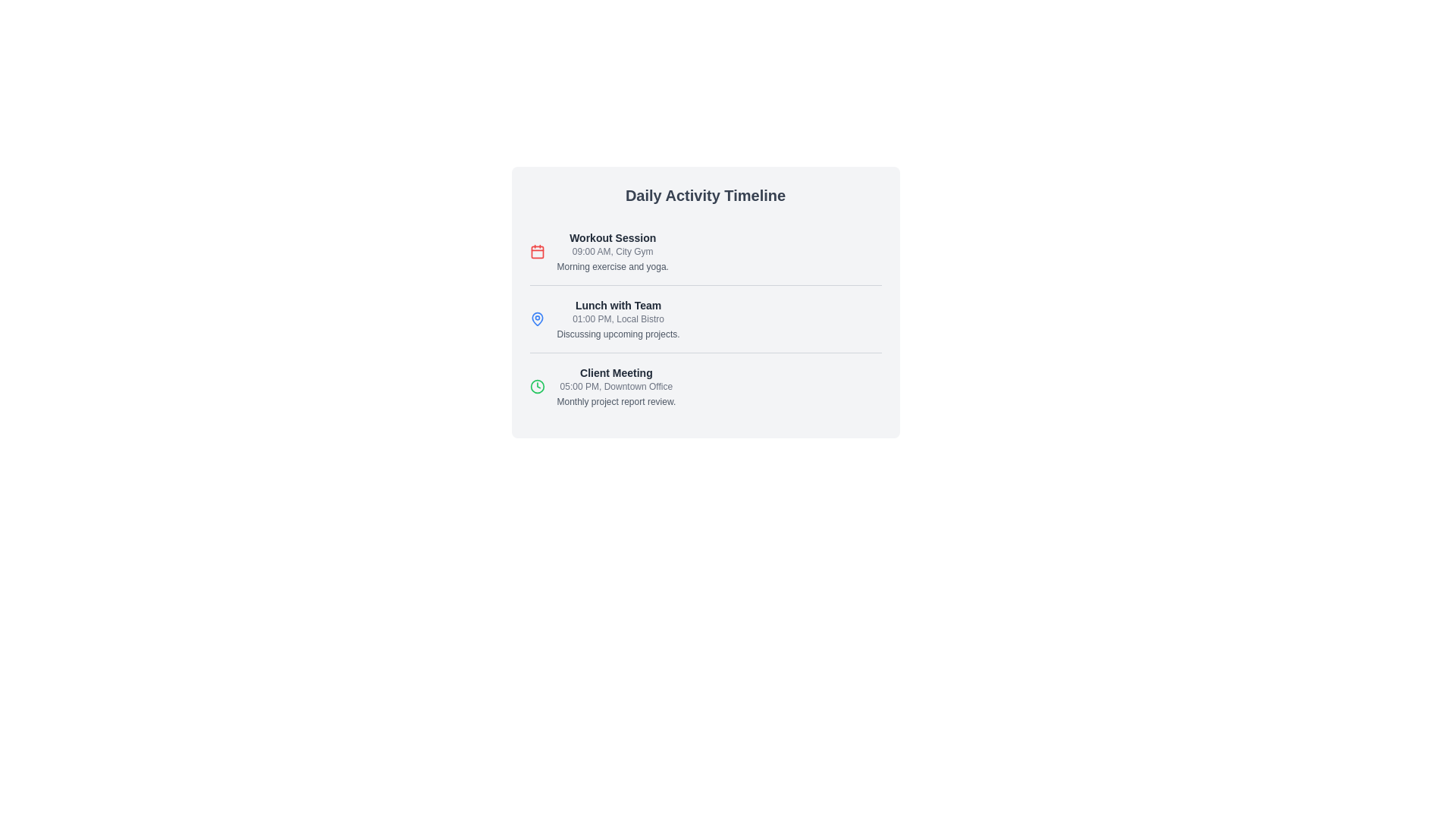 Image resolution: width=1456 pixels, height=819 pixels. I want to click on the first list item representing a scheduled activity, so click(704, 250).